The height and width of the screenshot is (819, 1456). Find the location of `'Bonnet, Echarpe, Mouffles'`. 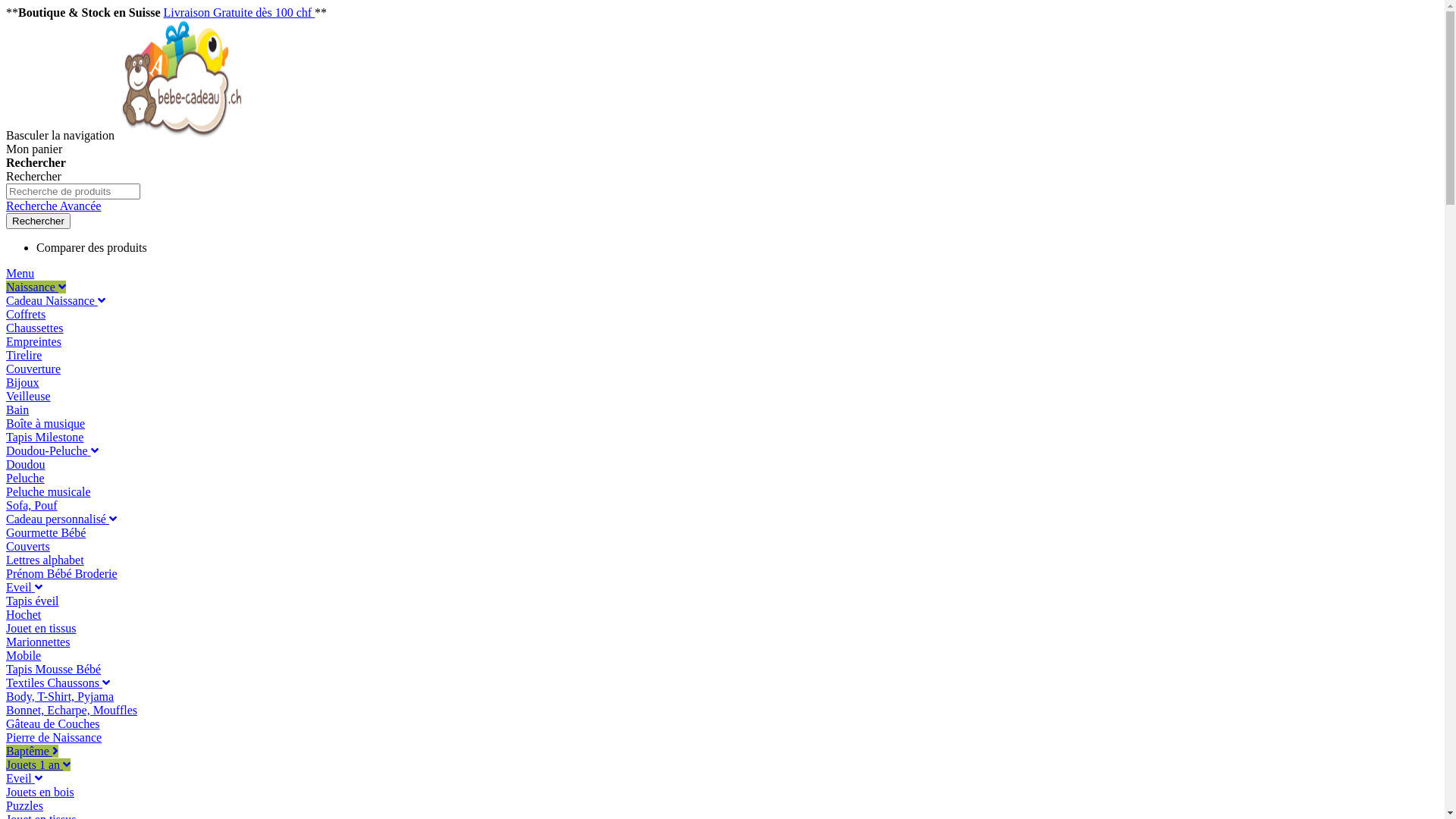

'Bonnet, Echarpe, Mouffles' is located at coordinates (71, 710).